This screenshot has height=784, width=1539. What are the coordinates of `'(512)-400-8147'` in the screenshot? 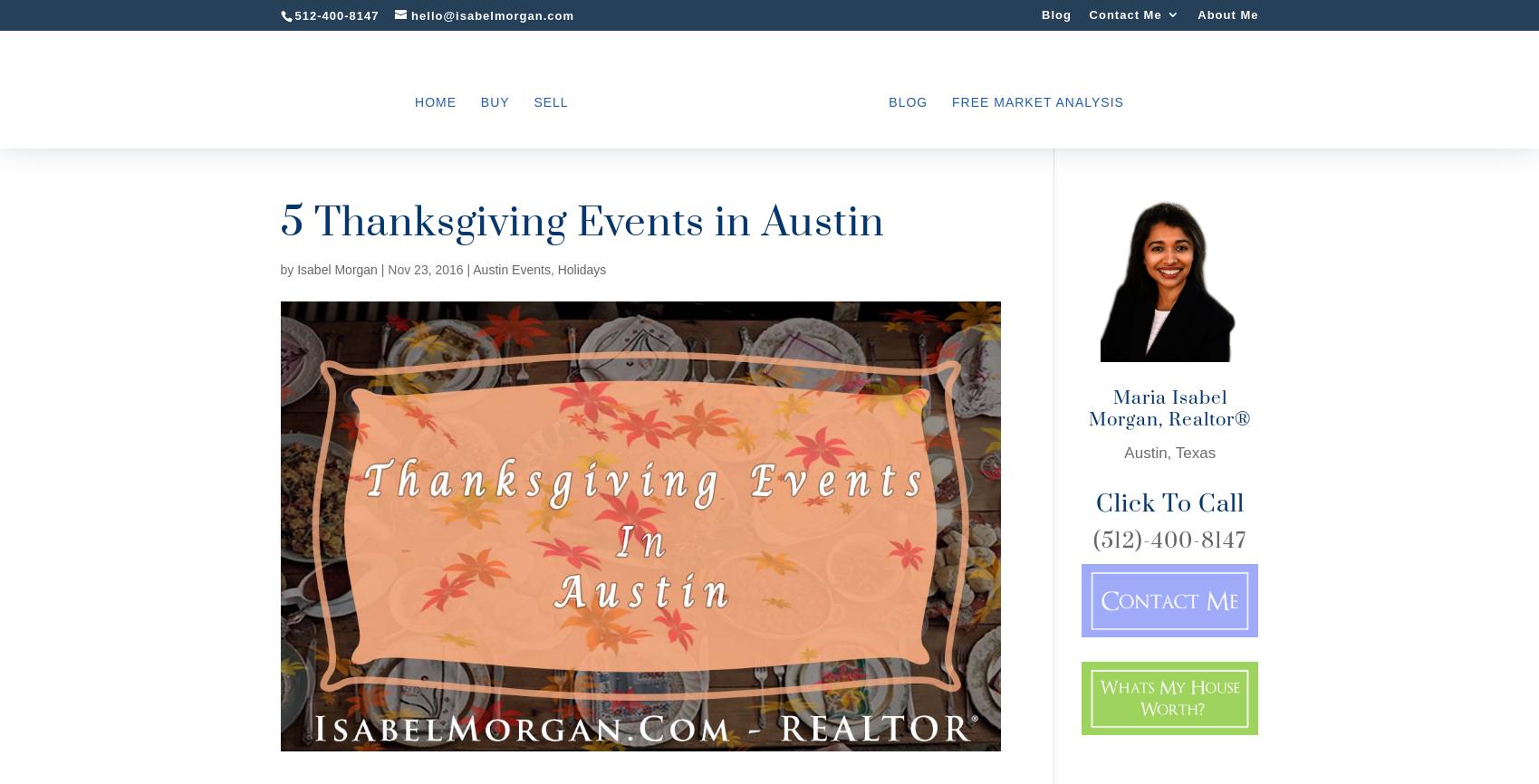 It's located at (1169, 540).